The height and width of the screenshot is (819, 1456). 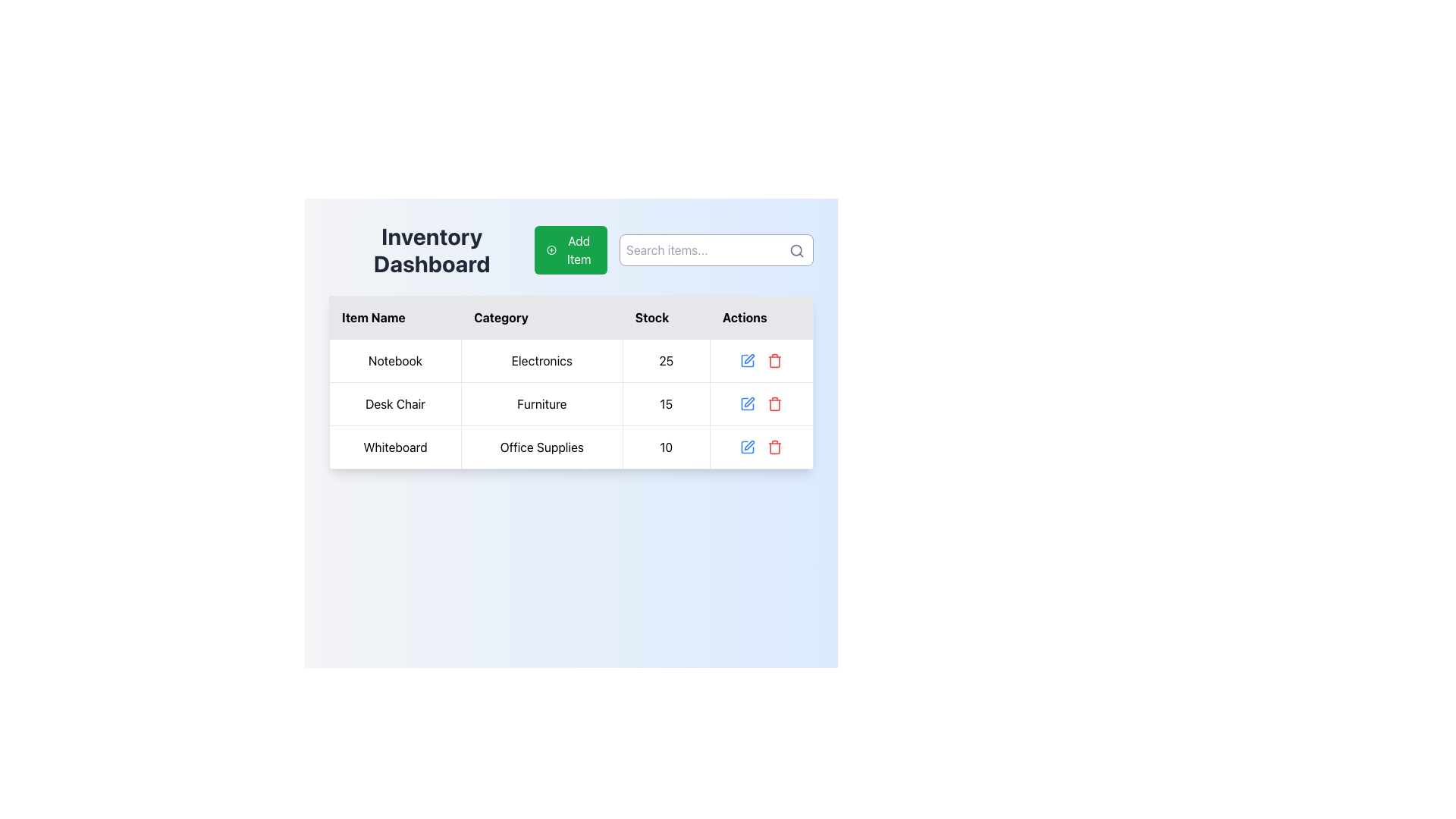 I want to click on the static text label displaying 'Office Supplies' located in the second column of the third row of the table, beneath the 'Category' header, so click(x=541, y=447).